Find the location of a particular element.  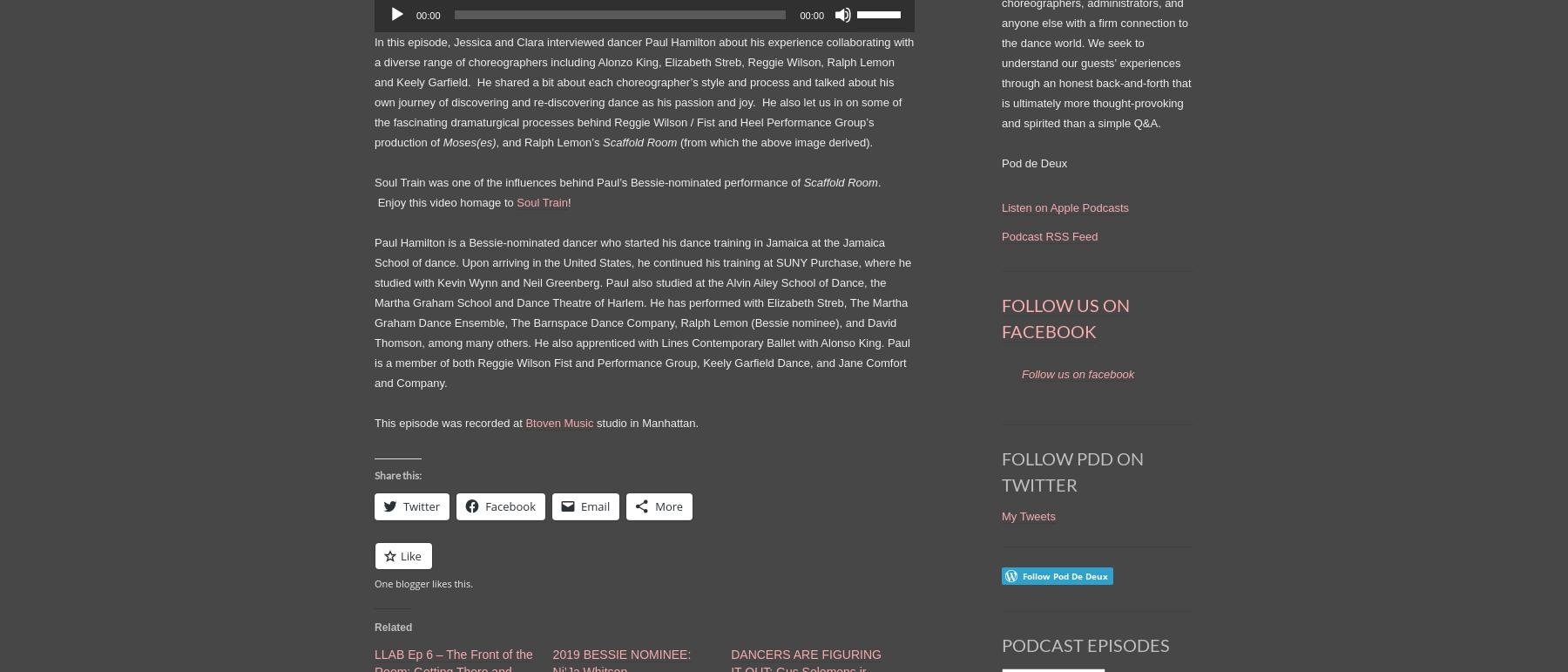

'.' is located at coordinates (375, 190).